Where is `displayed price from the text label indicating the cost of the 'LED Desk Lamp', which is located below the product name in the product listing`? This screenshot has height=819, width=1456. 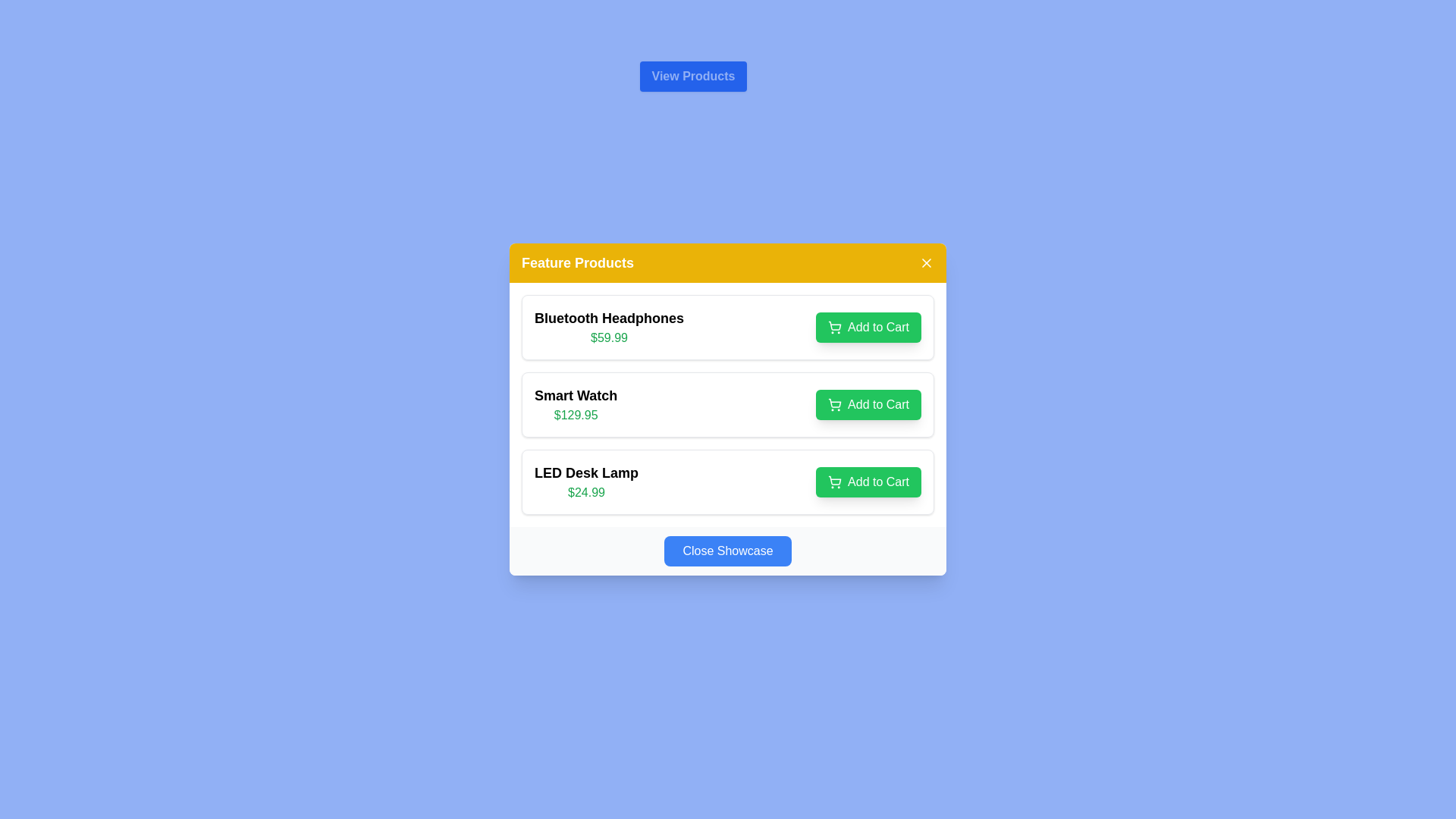
displayed price from the text label indicating the cost of the 'LED Desk Lamp', which is located below the product name in the product listing is located at coordinates (585, 493).